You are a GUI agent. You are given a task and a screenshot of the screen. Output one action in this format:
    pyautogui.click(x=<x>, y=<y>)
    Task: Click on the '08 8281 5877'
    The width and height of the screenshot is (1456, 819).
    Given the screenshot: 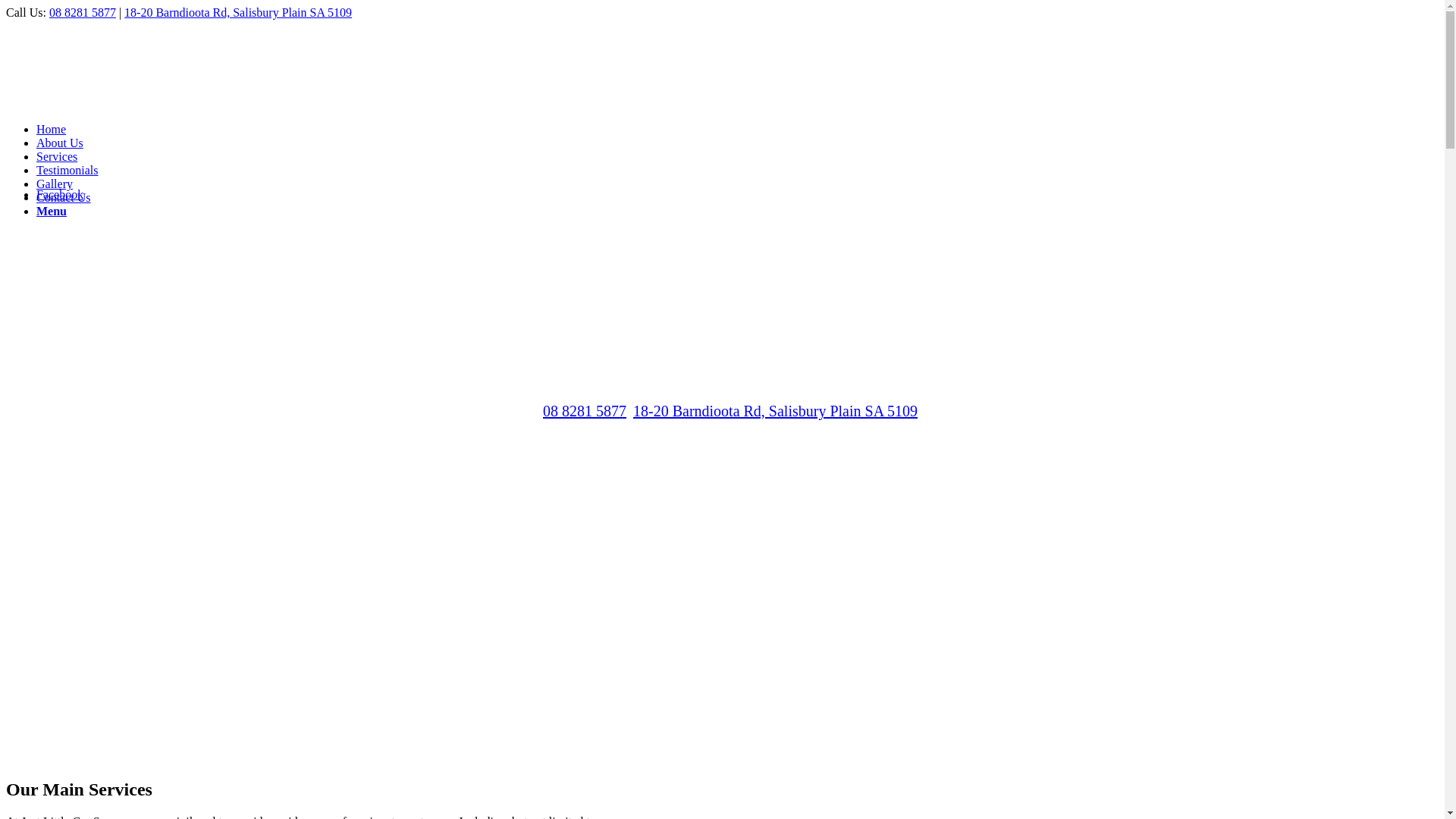 What is the action you would take?
    pyautogui.click(x=542, y=411)
    